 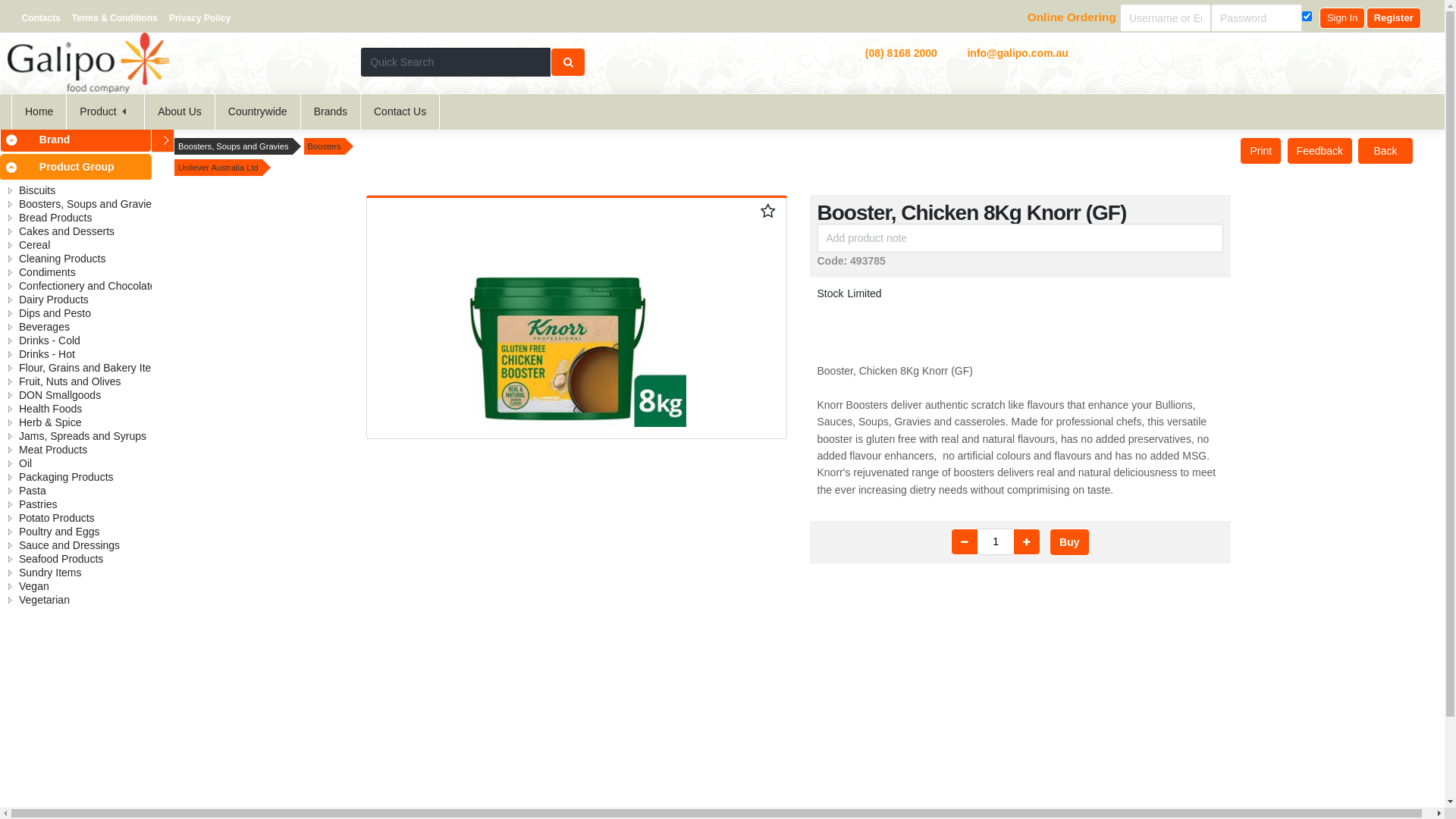 What do you see at coordinates (49, 339) in the screenshot?
I see `'Drinks - Cold'` at bounding box center [49, 339].